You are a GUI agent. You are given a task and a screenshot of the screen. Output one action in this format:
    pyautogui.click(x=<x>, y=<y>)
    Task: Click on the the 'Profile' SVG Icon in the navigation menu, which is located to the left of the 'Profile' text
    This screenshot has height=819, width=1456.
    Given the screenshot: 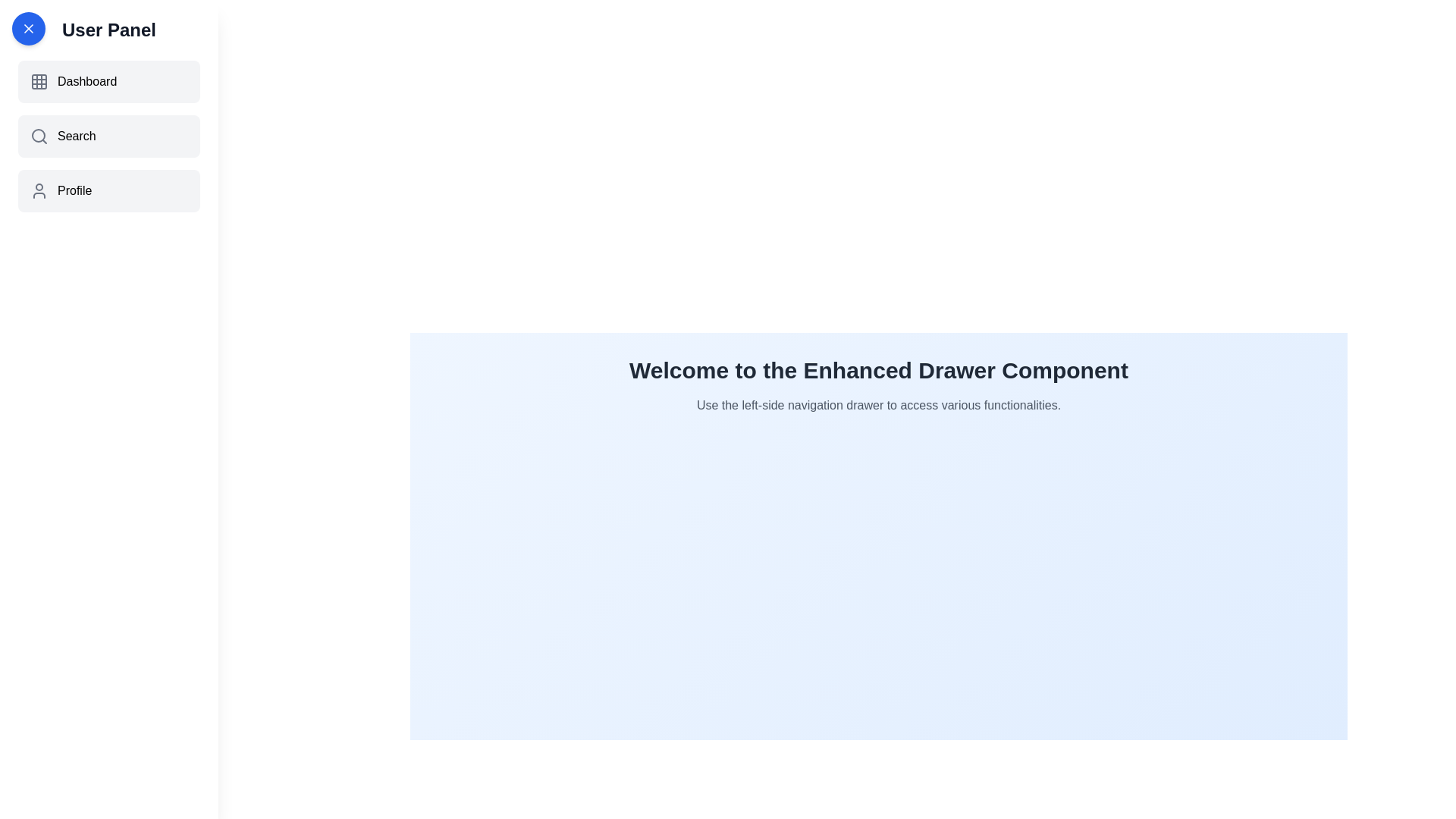 What is the action you would take?
    pyautogui.click(x=39, y=190)
    